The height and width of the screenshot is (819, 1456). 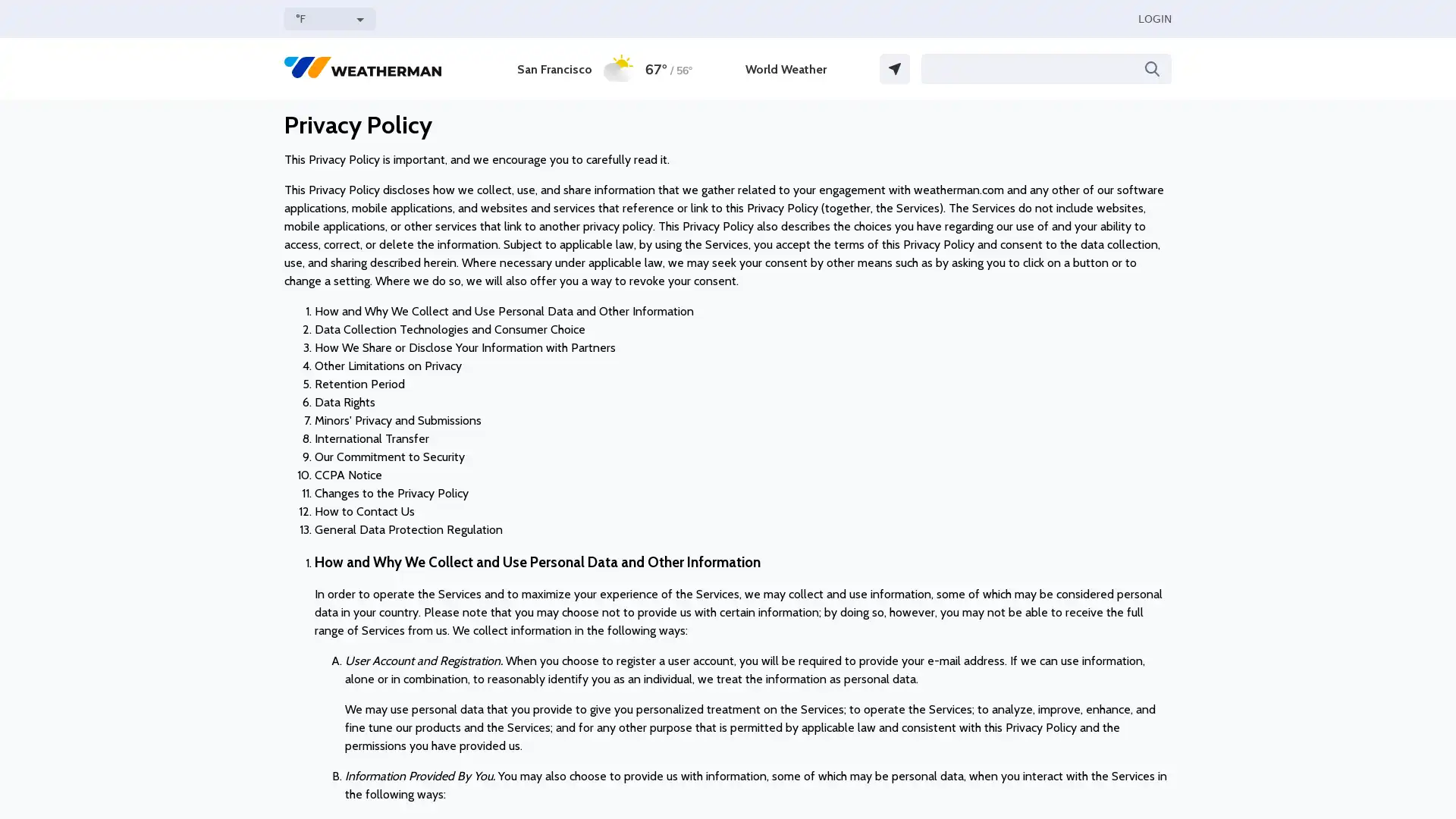 What do you see at coordinates (1153, 18) in the screenshot?
I see `LOGIN` at bounding box center [1153, 18].